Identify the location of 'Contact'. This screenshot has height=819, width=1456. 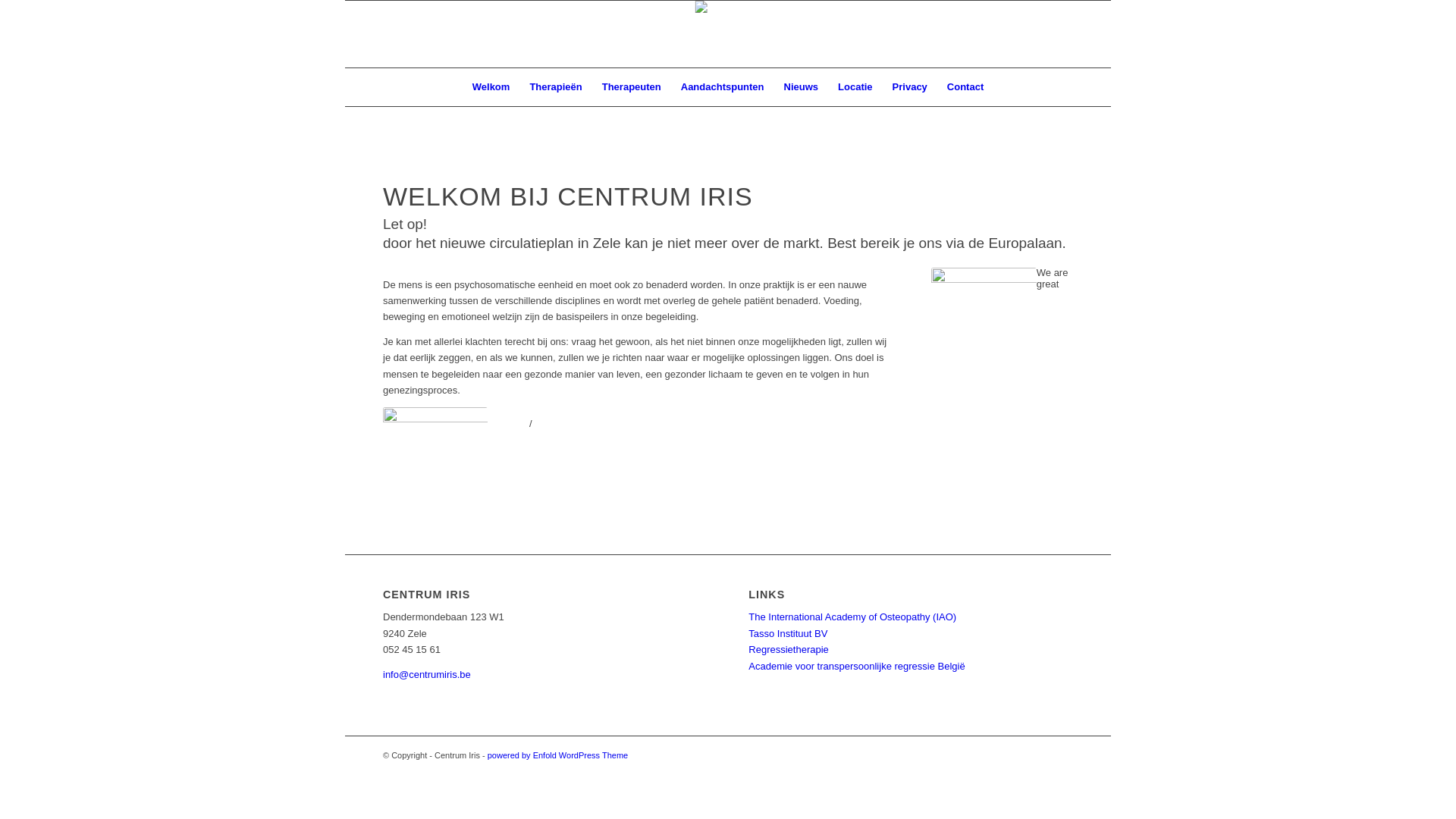
(964, 87).